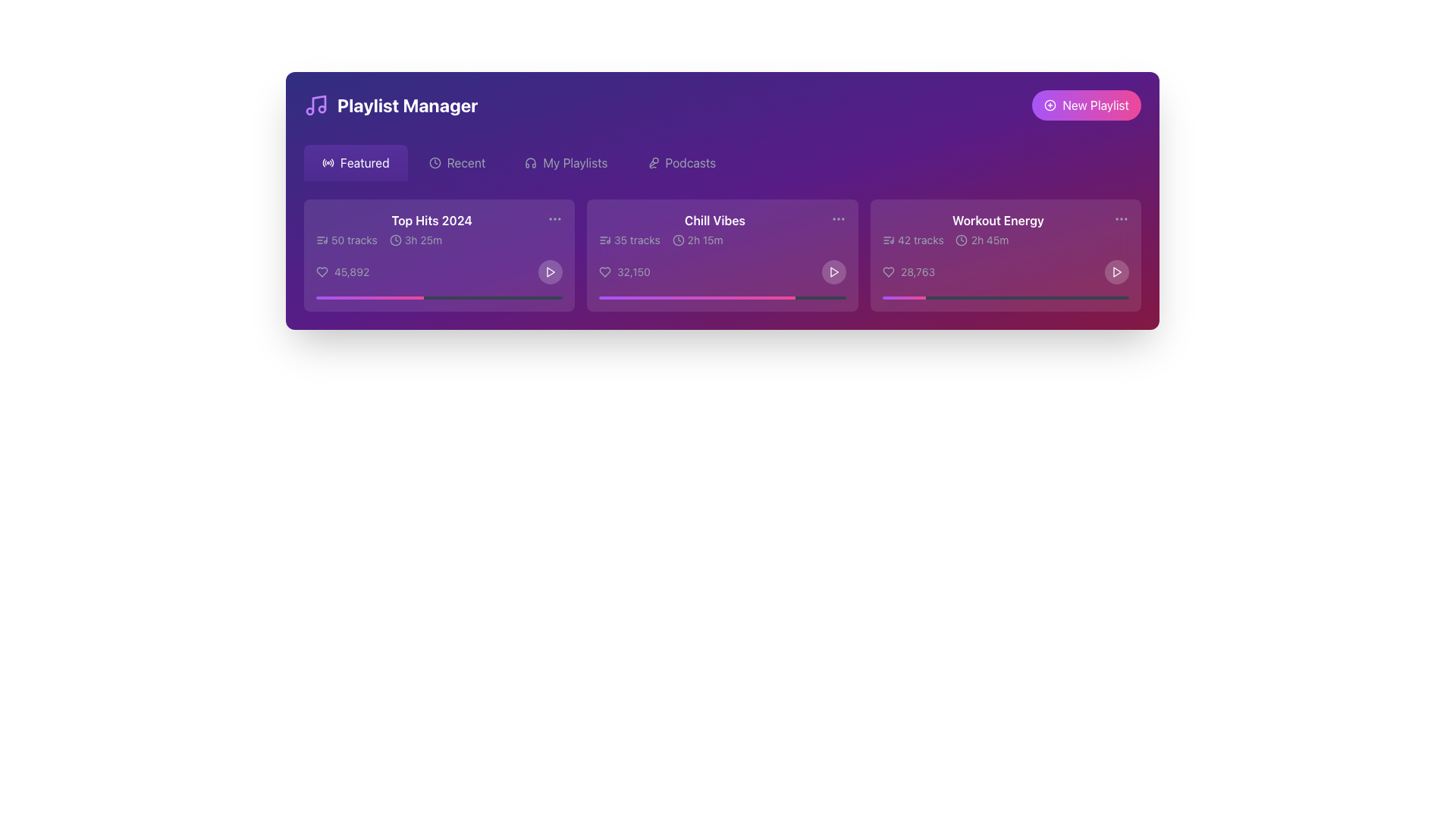 The image size is (1456, 819). Describe the element at coordinates (714, 220) in the screenshot. I see `the text label that serves as the title of the playlist, located at the top of the middle card in a horizontal arrangement of playlist cards` at that location.